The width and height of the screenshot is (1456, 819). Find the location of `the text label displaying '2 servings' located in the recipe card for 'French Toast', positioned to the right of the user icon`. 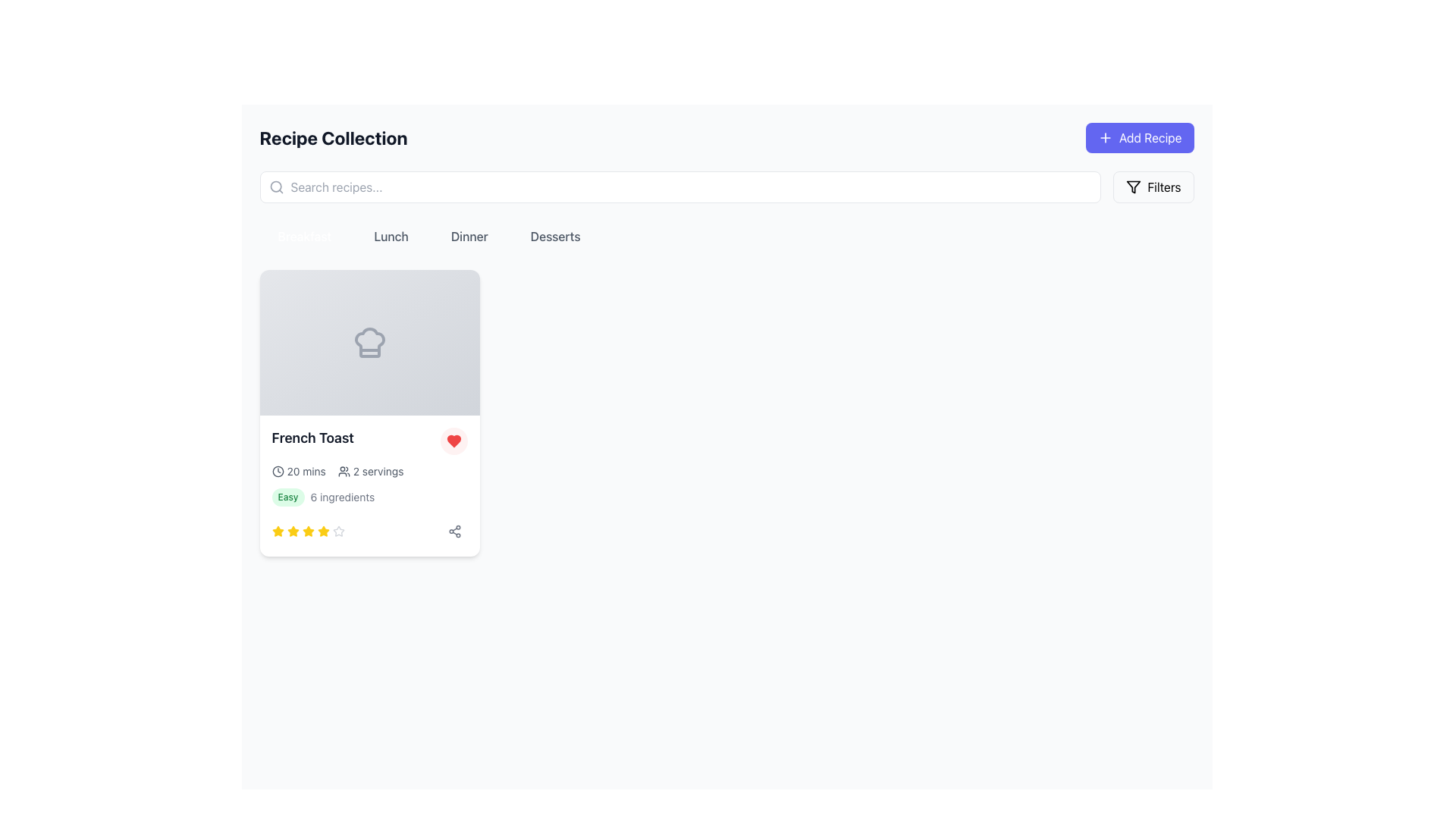

the text label displaying '2 servings' located in the recipe card for 'French Toast', positioned to the right of the user icon is located at coordinates (378, 470).